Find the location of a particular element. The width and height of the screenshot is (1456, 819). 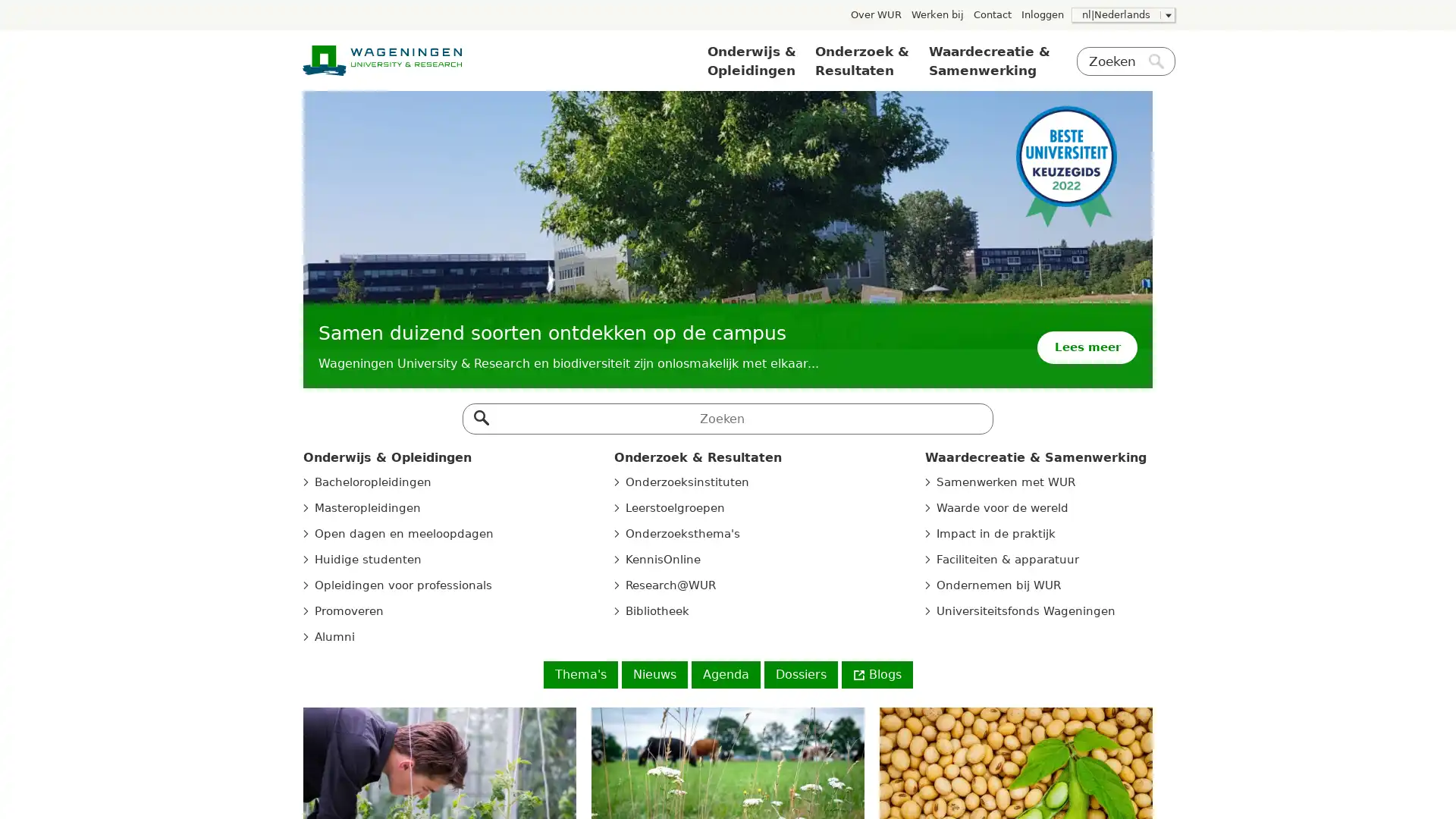

Zoeken is located at coordinates (479, 414).